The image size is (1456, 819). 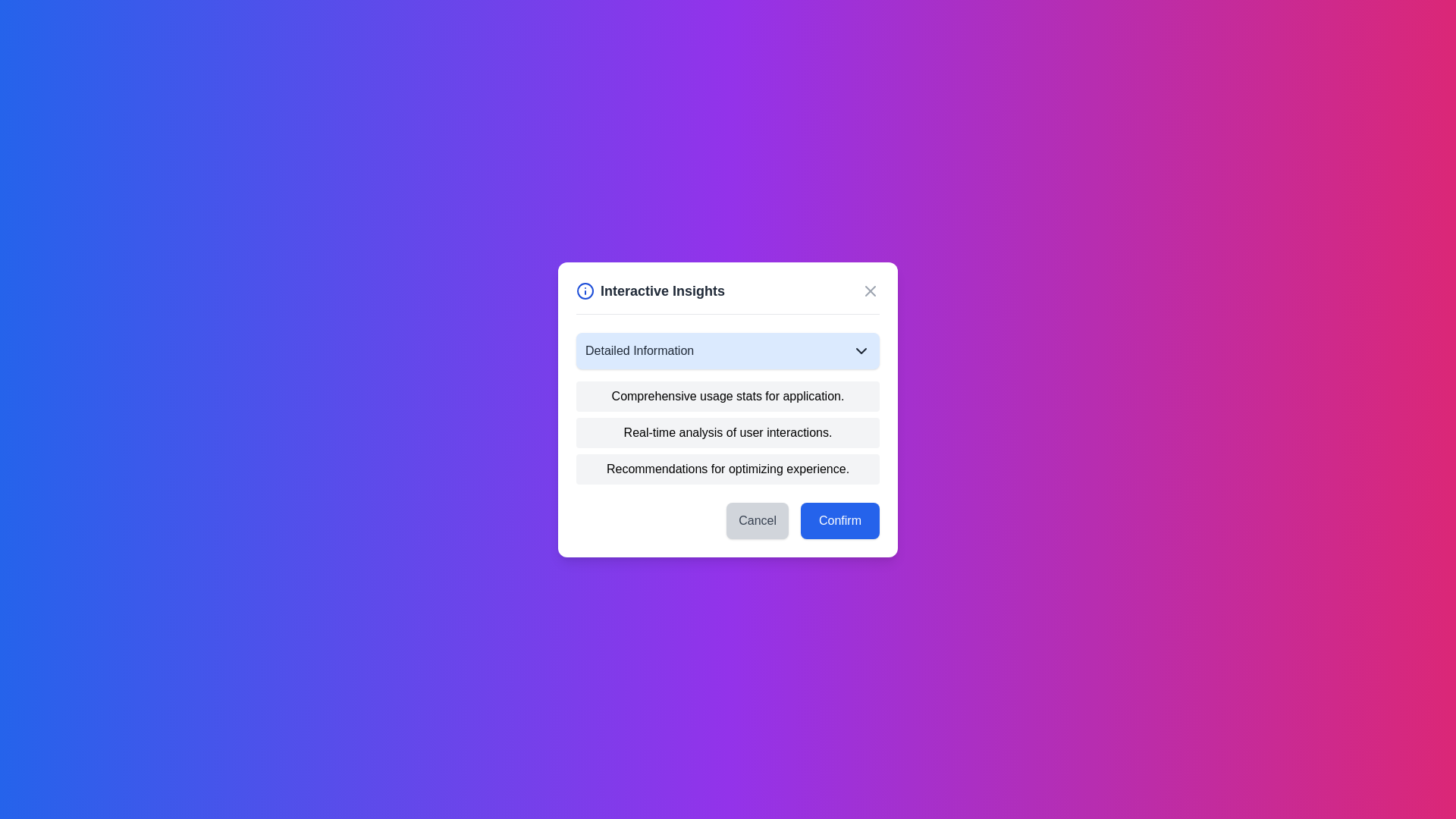 I want to click on the header area containing an icon and title text, which provides context for the dialog box, so click(x=651, y=290).